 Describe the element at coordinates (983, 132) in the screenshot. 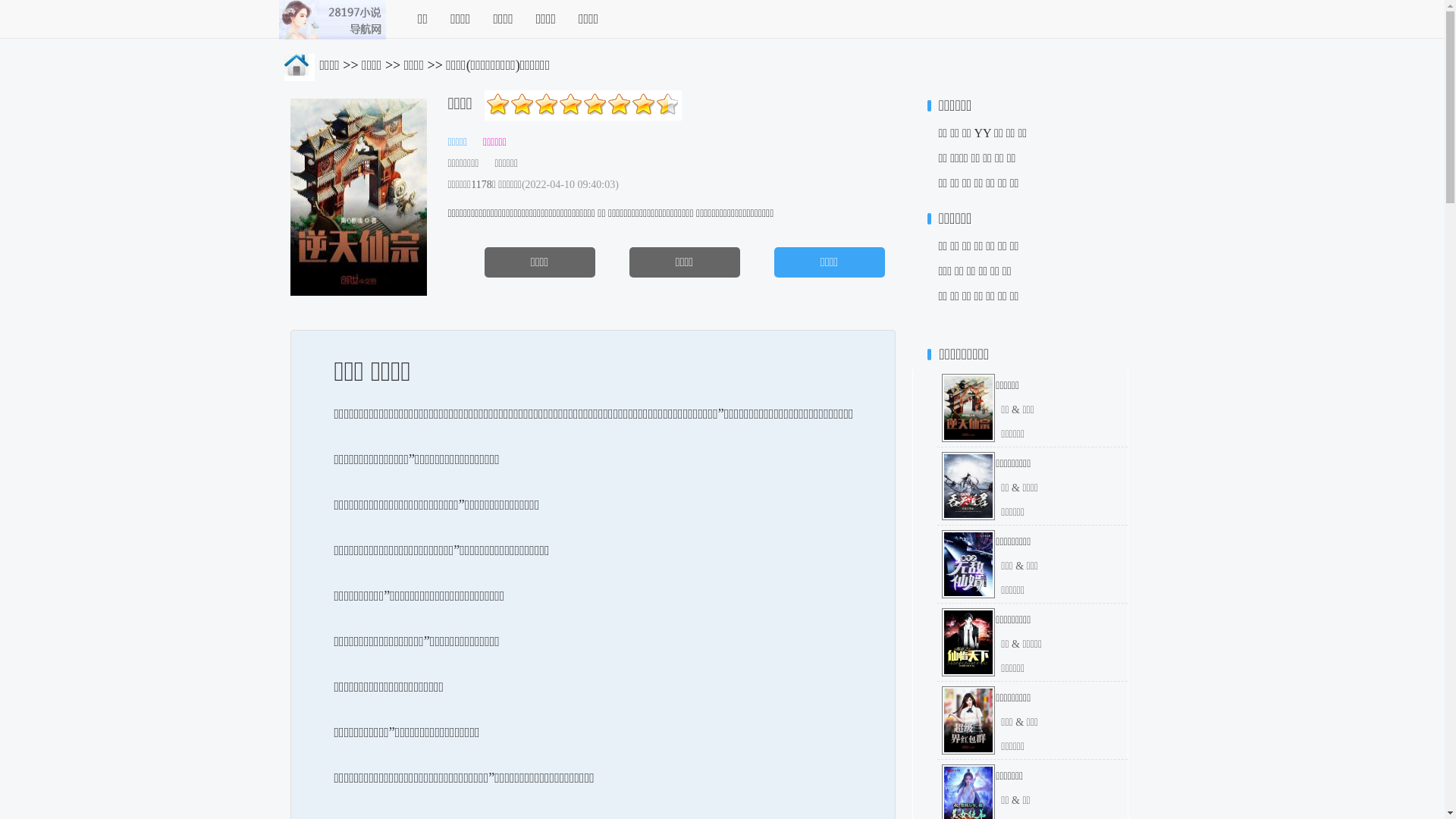

I see `'YY'` at that location.